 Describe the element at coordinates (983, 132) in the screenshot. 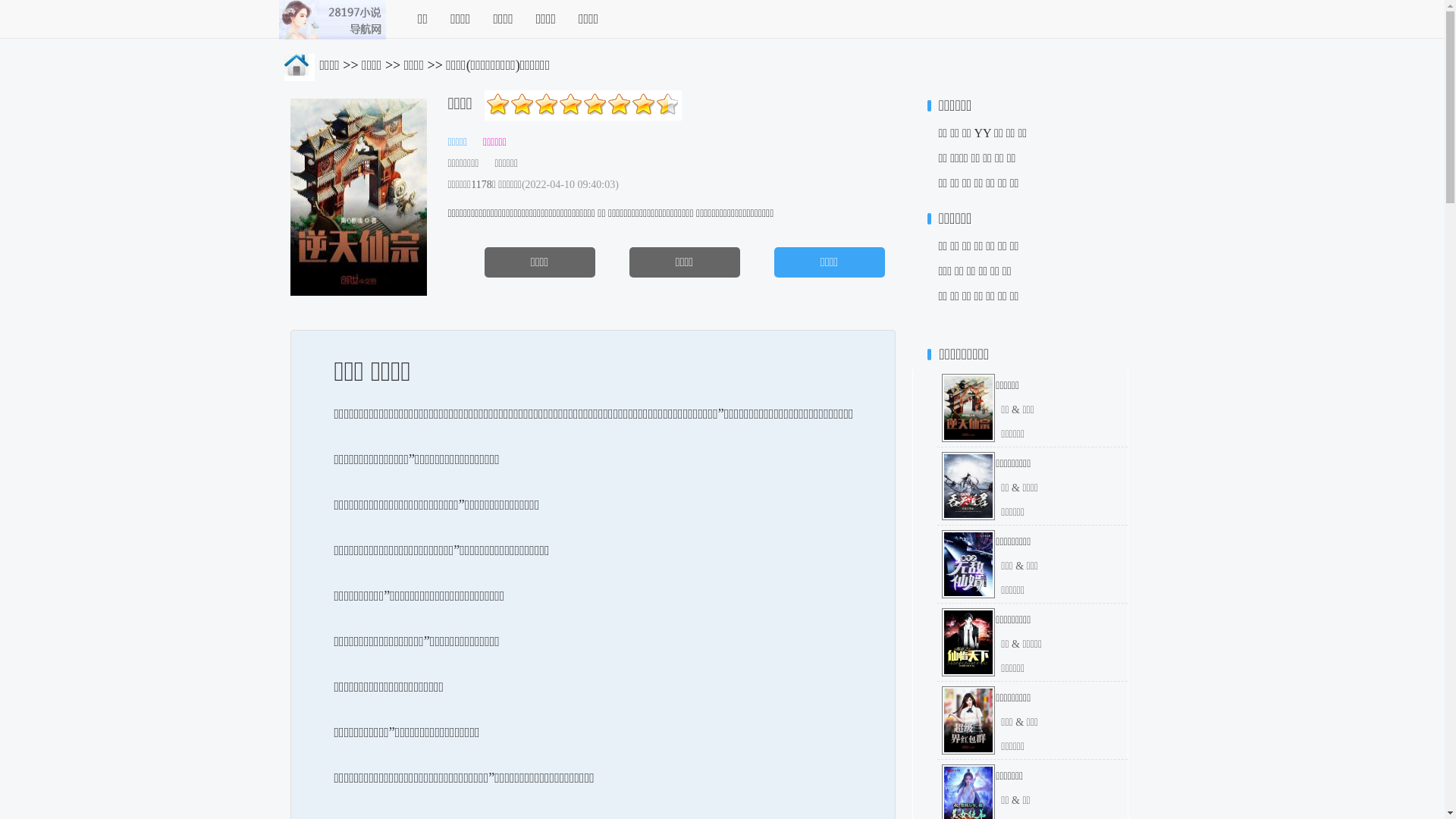

I see `'YY'` at that location.